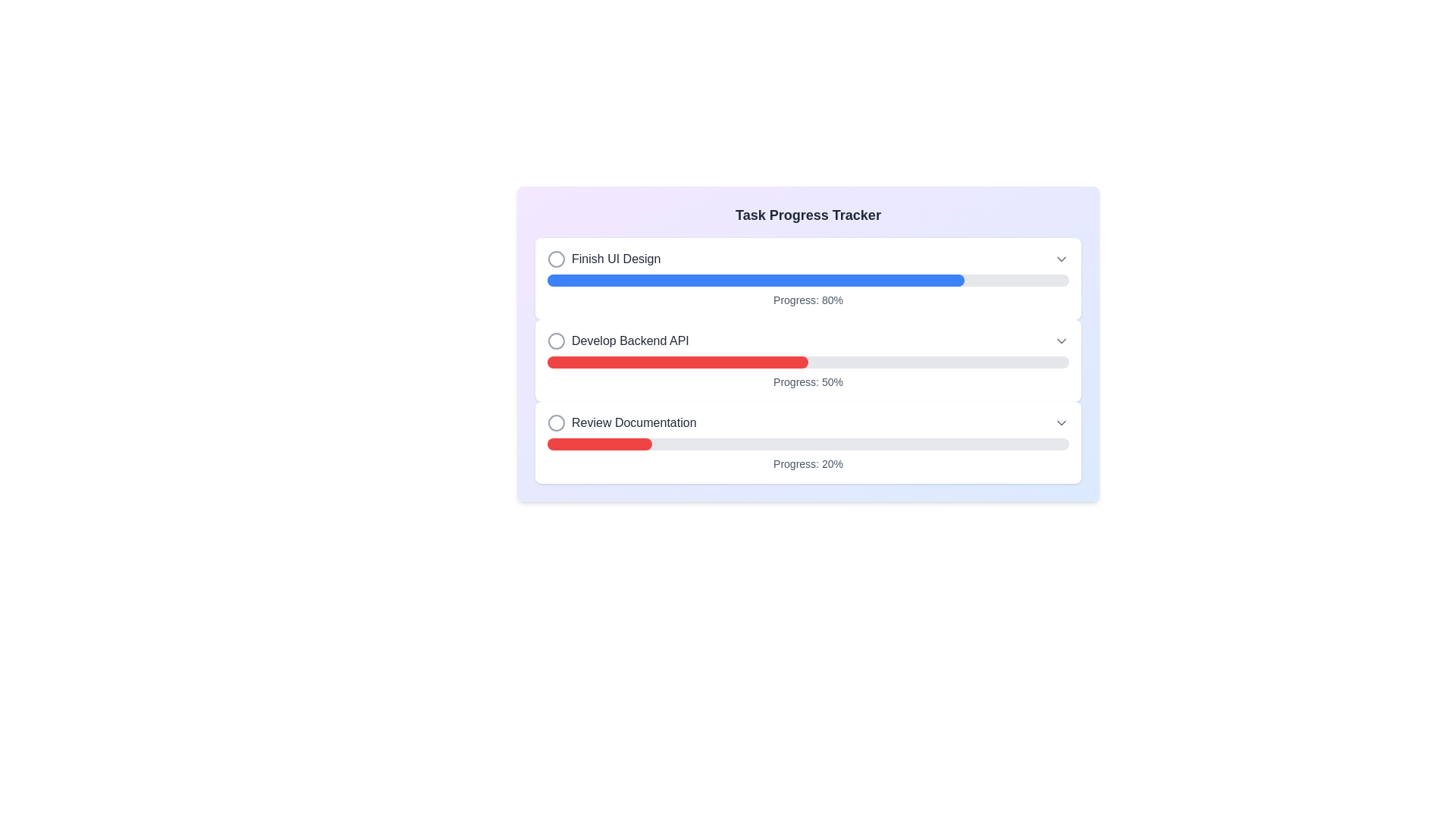 The image size is (1456, 819). I want to click on the Task Progress Indicator displaying 'Finish UI Design' with a blue progress bar indicating 80% completion, so click(807, 278).